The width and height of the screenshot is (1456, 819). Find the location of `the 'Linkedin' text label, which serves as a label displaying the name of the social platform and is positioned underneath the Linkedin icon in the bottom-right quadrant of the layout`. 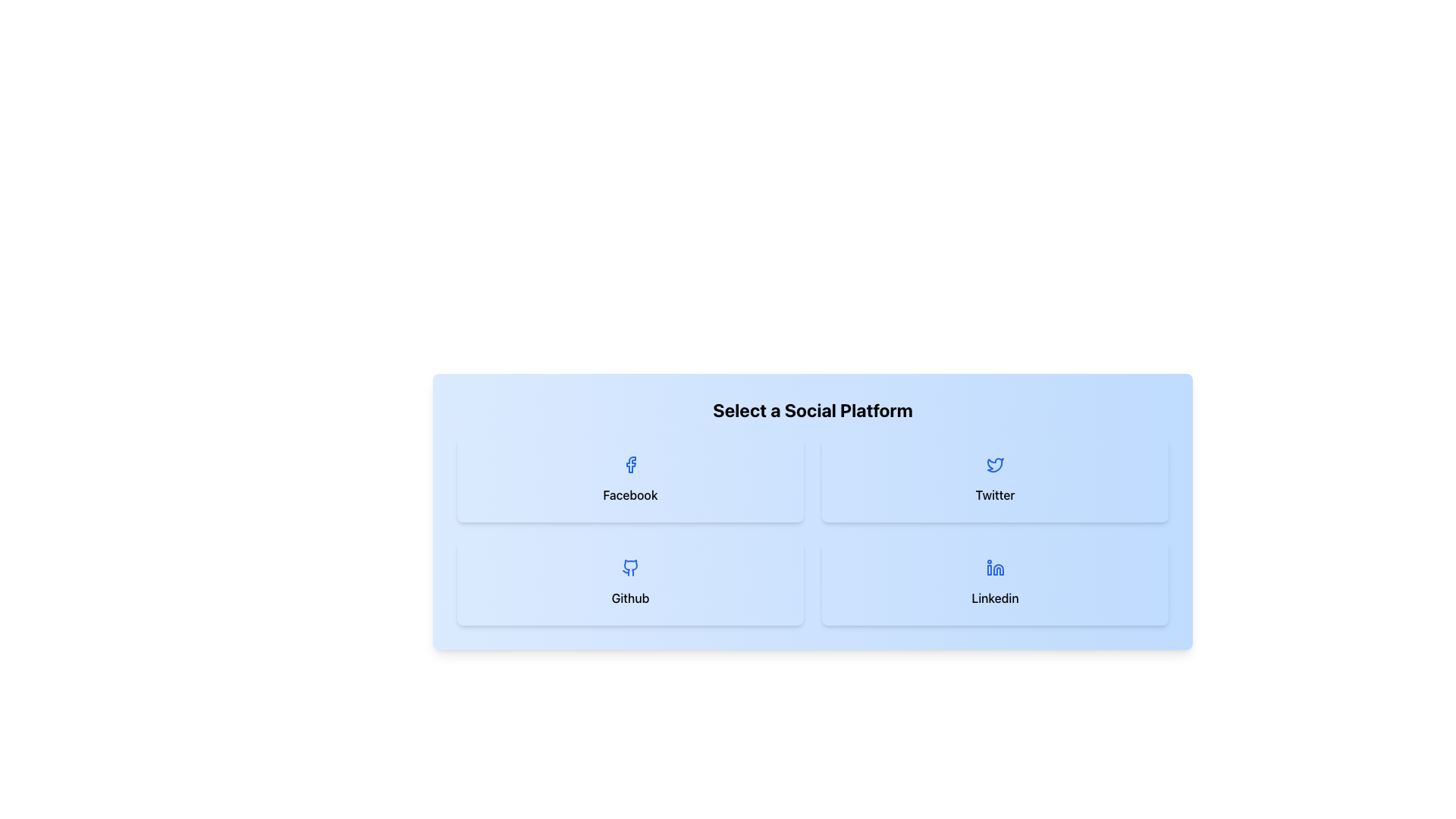

the 'Linkedin' text label, which serves as a label displaying the name of the social platform and is positioned underneath the Linkedin icon in the bottom-right quadrant of the layout is located at coordinates (995, 598).